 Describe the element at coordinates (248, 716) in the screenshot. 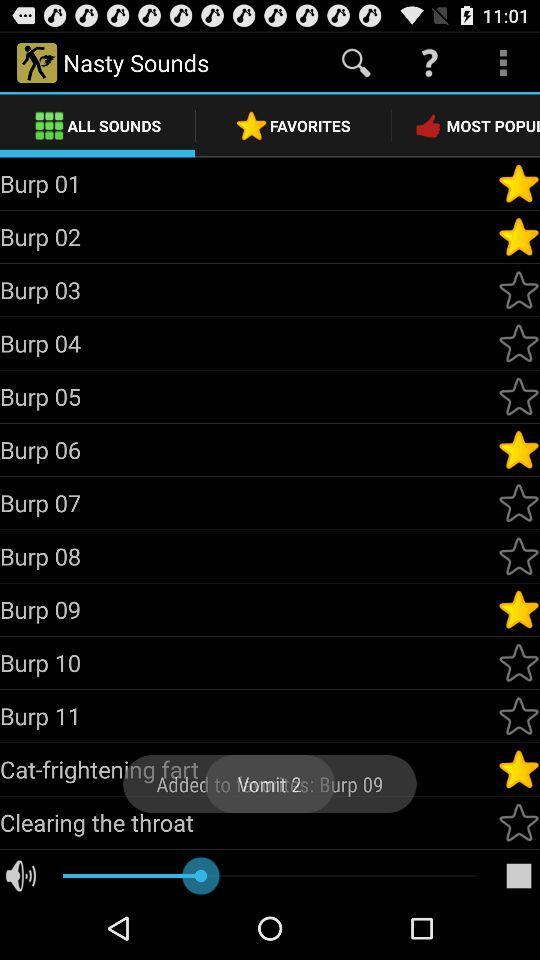

I see `burp 11` at that location.